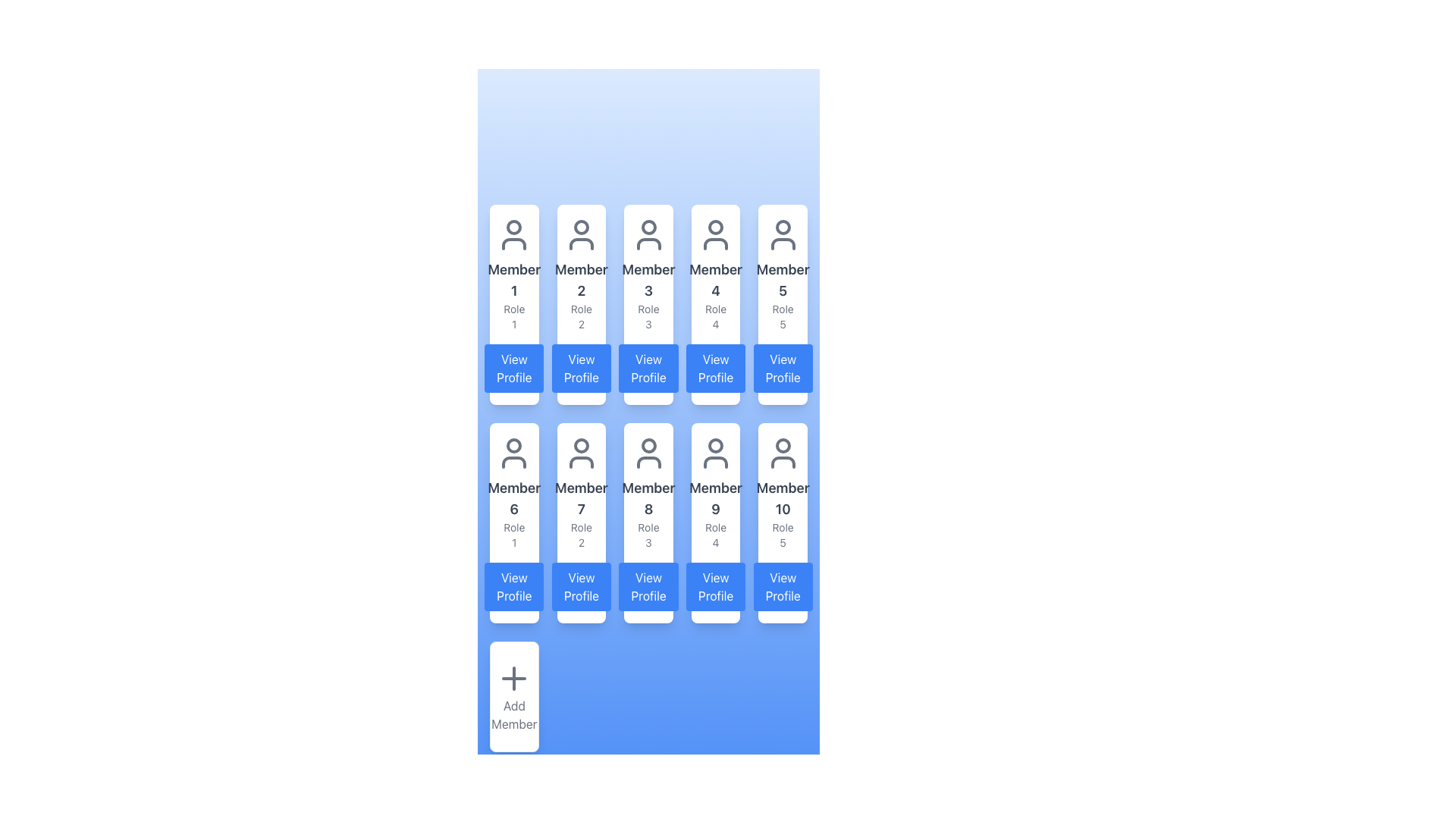 This screenshot has width=1456, height=819. Describe the element at coordinates (580, 234) in the screenshot. I see `the user profile icon, which is a gray circular head and semi-circular body, located at the top of the card labeled 'Member 2 Role 2' in the second column of the grid layout` at that location.